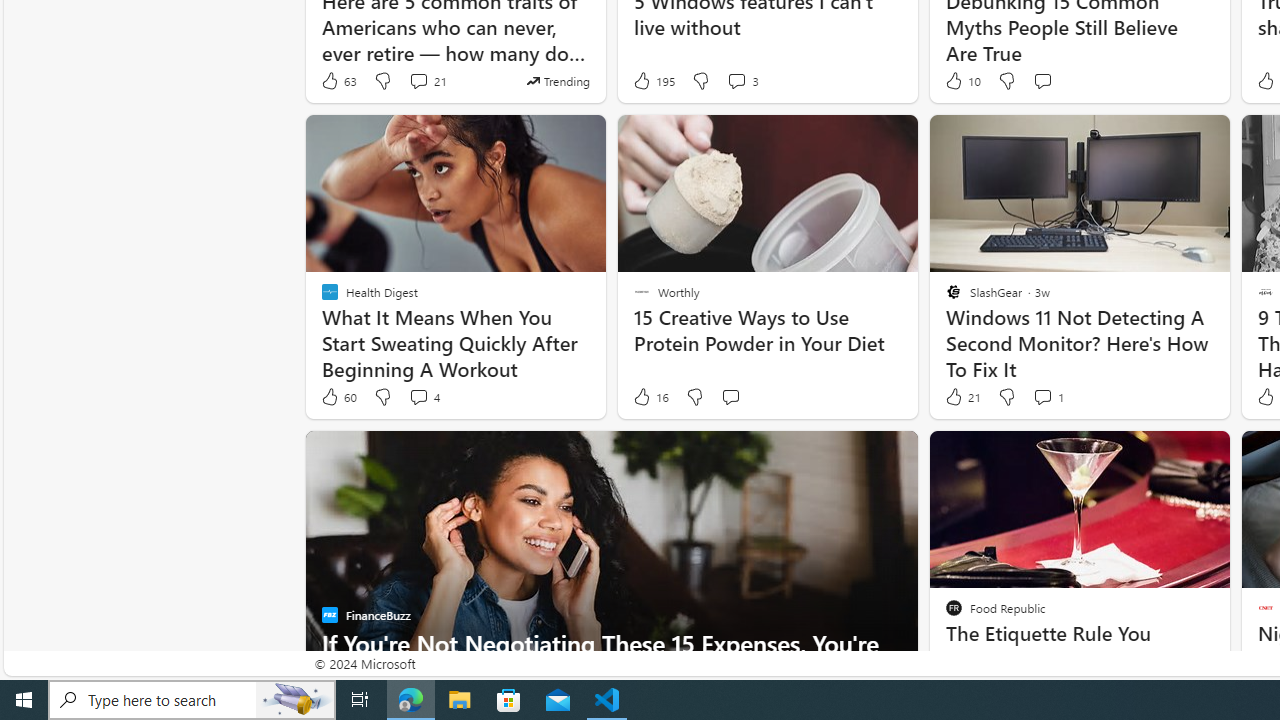  What do you see at coordinates (558, 80) in the screenshot?
I see `'This story is trending'` at bounding box center [558, 80].